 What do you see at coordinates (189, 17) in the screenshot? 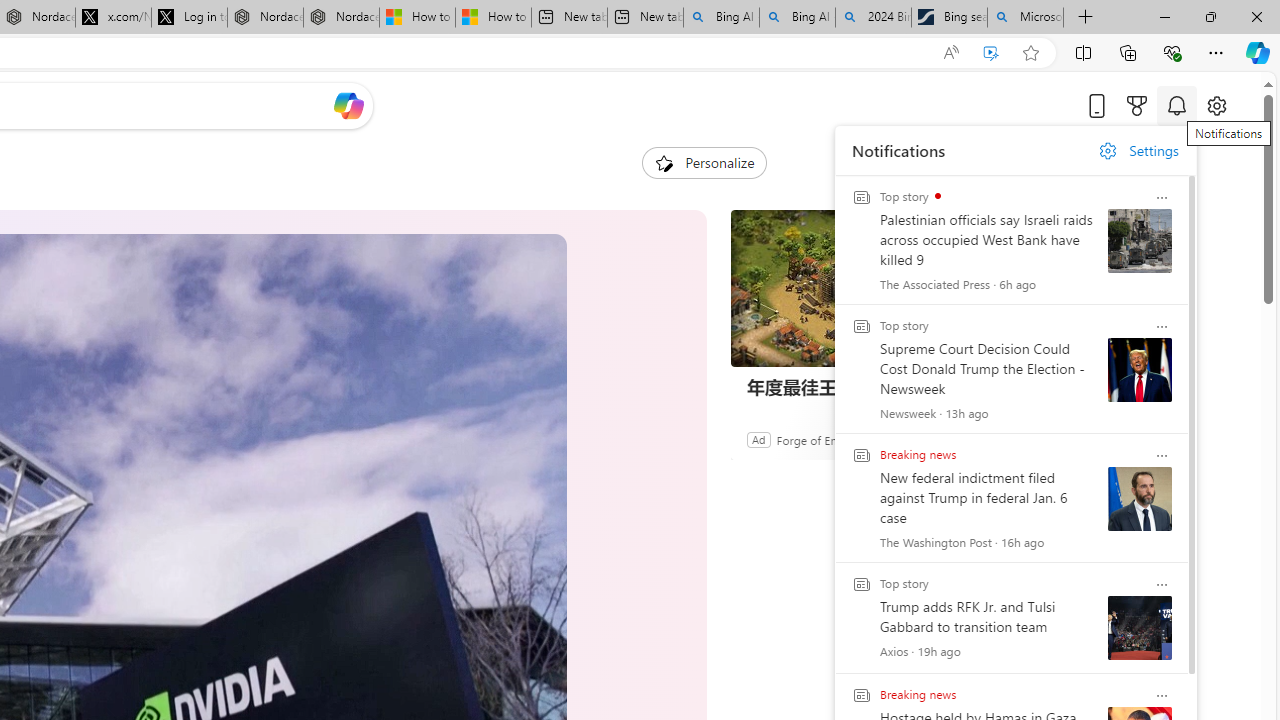
I see `'Log in to X / X'` at bounding box center [189, 17].